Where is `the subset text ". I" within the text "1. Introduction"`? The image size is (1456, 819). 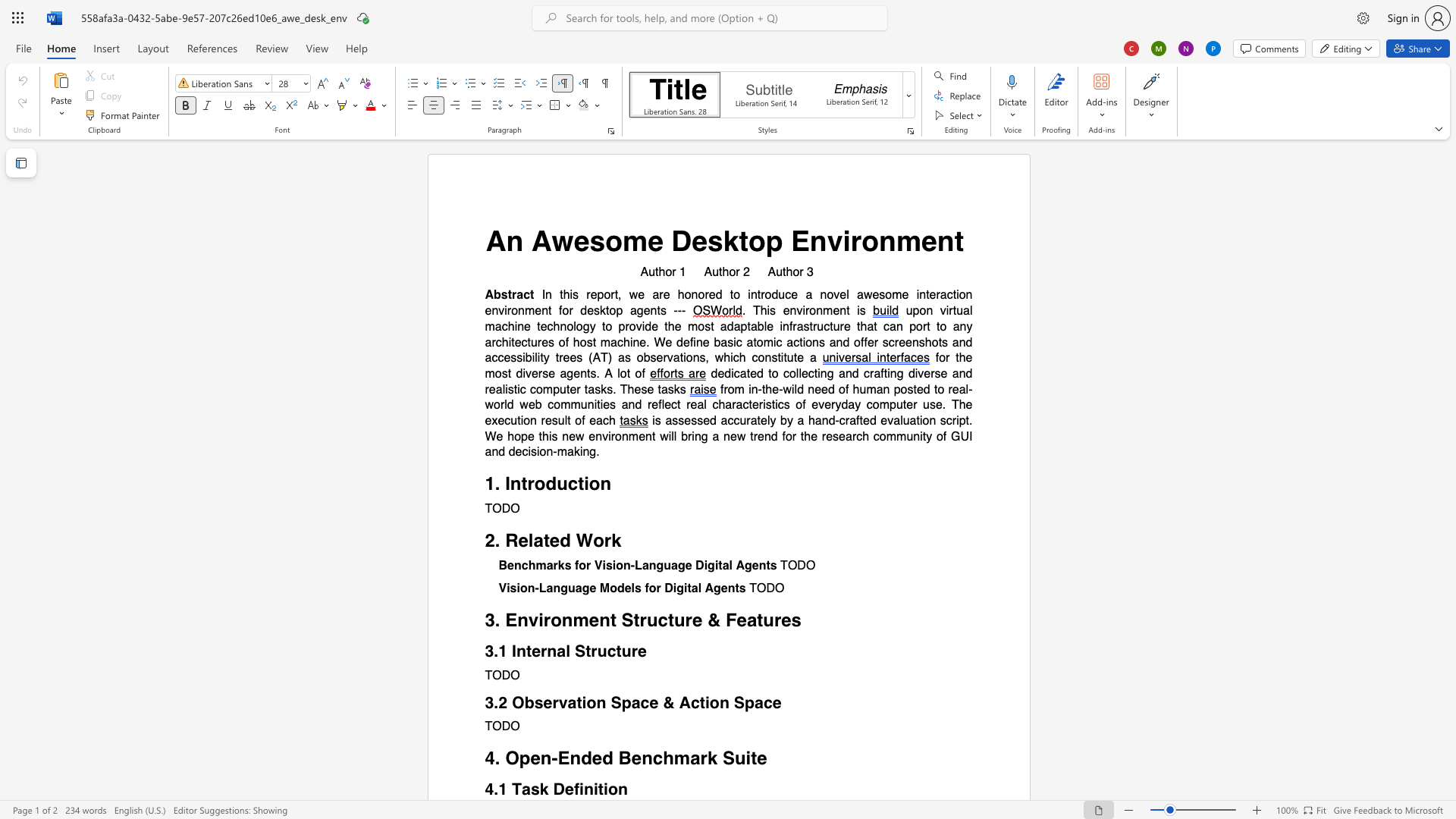
the subset text ". I" within the text "1. Introduction" is located at coordinates (494, 484).